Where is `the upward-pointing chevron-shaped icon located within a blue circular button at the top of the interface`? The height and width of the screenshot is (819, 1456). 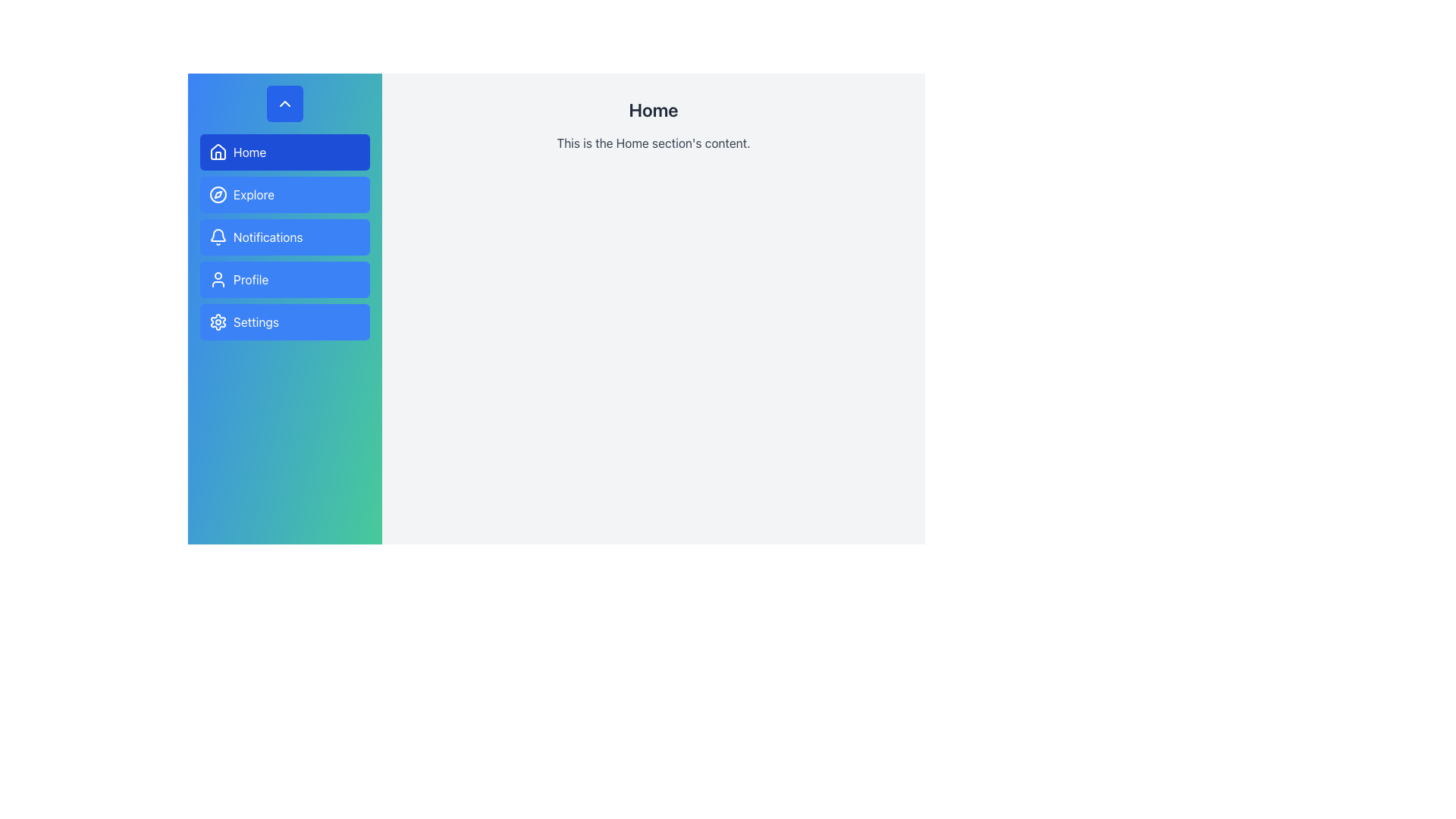 the upward-pointing chevron-shaped icon located within a blue circular button at the top of the interface is located at coordinates (284, 103).